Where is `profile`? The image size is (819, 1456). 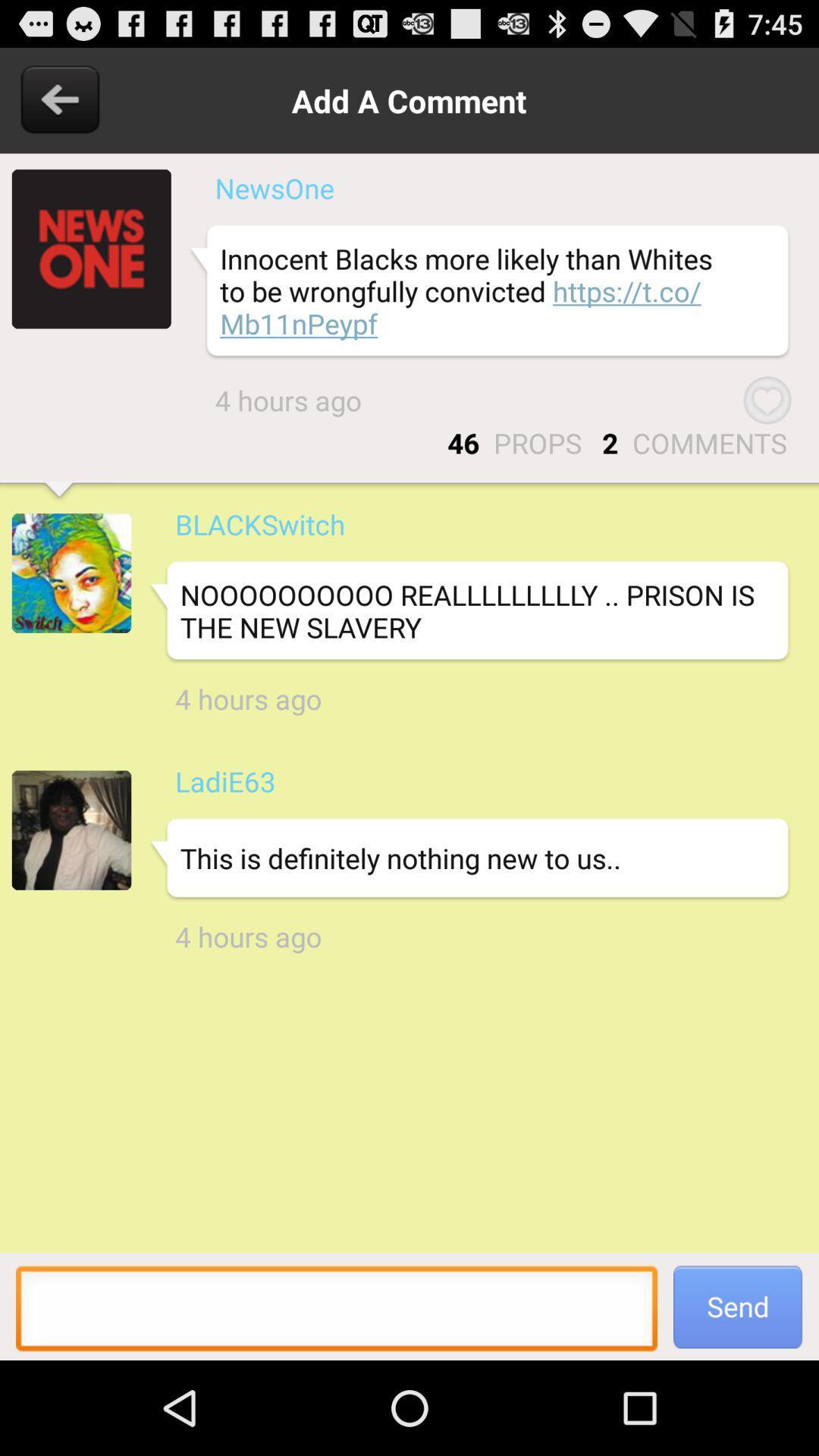 profile is located at coordinates (91, 249).